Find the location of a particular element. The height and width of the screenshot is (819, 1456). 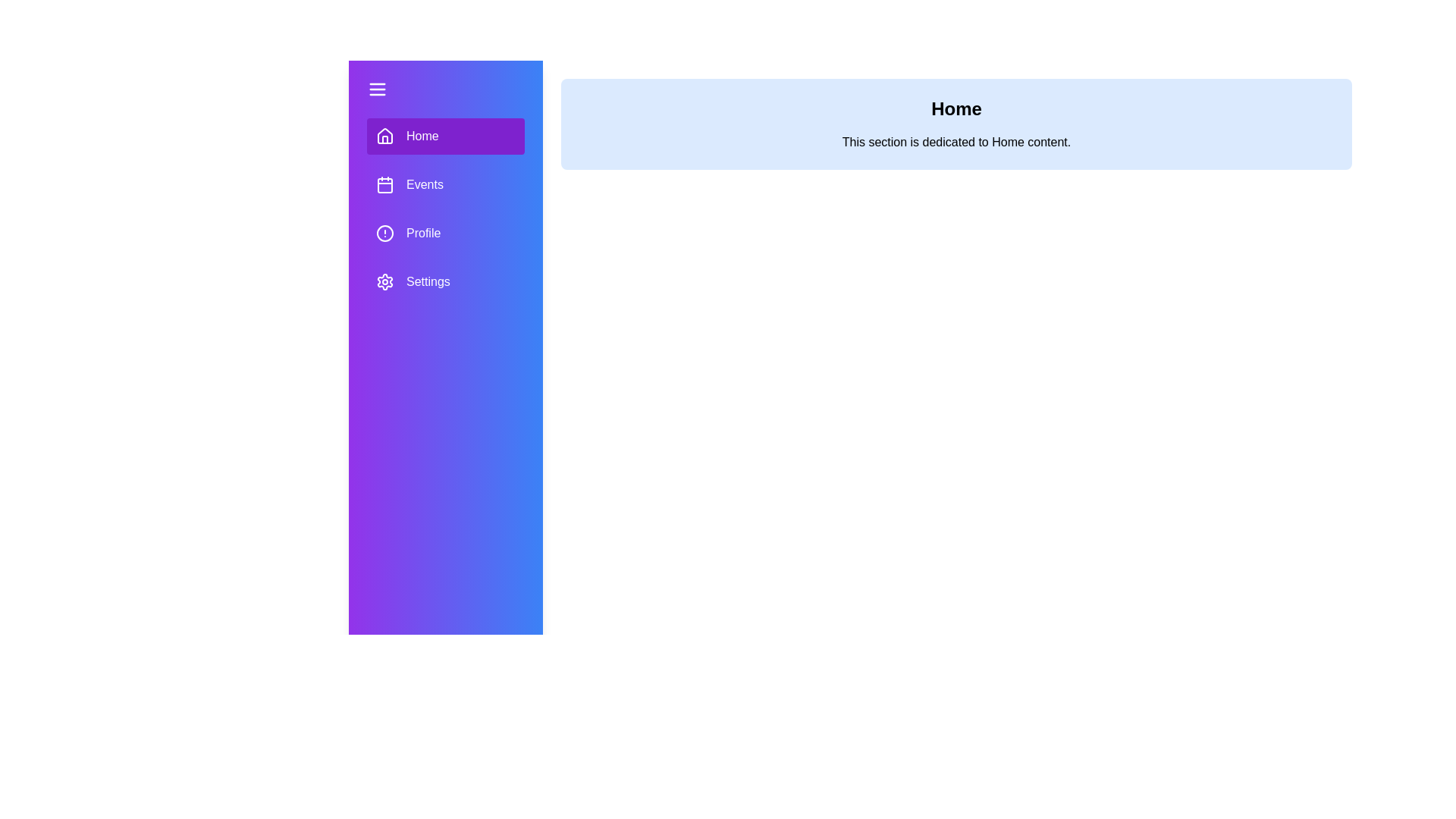

the 'Settings' icon in the sidebar menu for interactions by moving the cursor to its location is located at coordinates (385, 281).